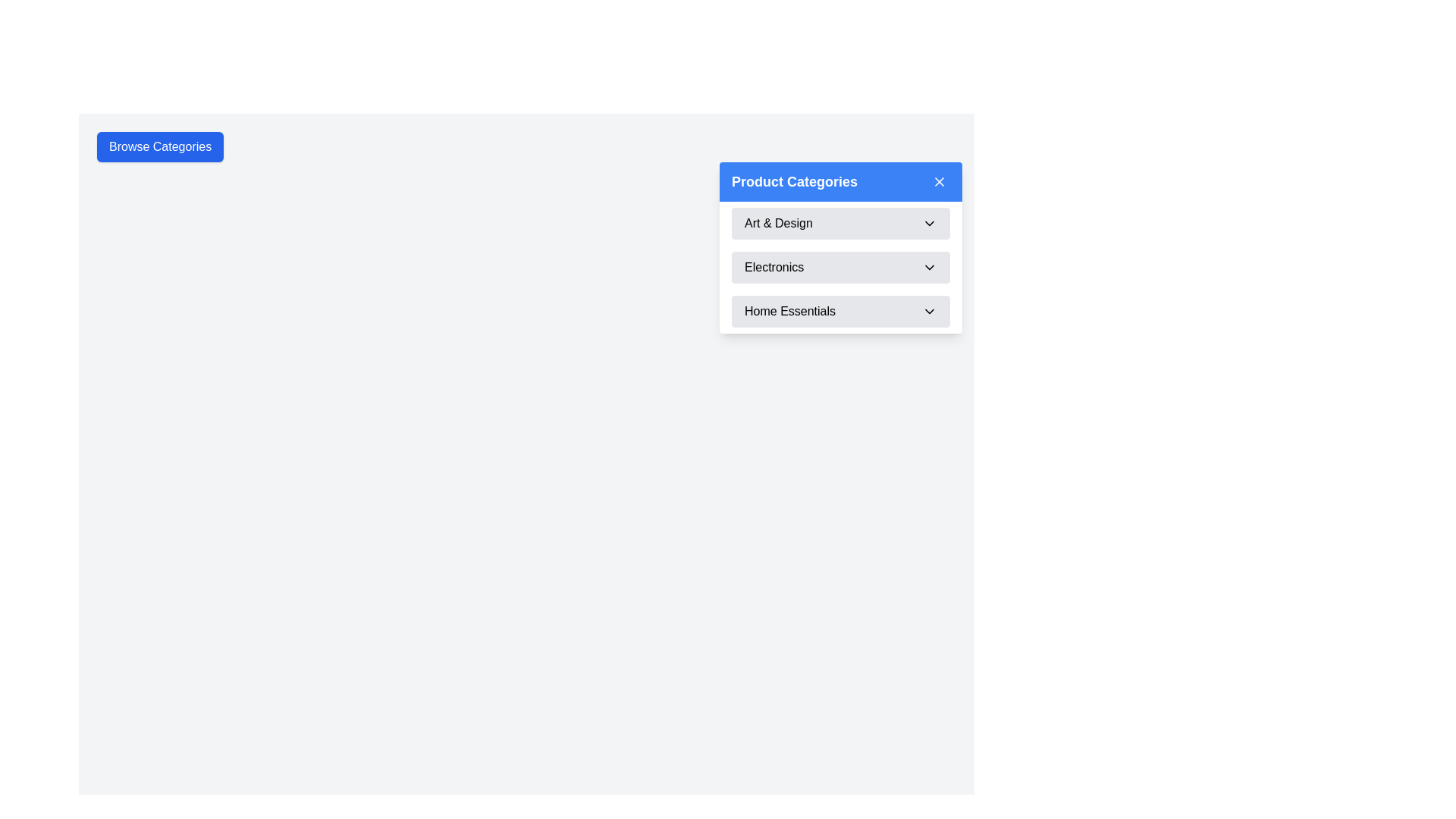 This screenshot has height=819, width=1456. What do you see at coordinates (839, 247) in the screenshot?
I see `the Dropdown menu item with a light gray background located at the top-right corner of the interface, below the 'Browse Categories' button` at bounding box center [839, 247].